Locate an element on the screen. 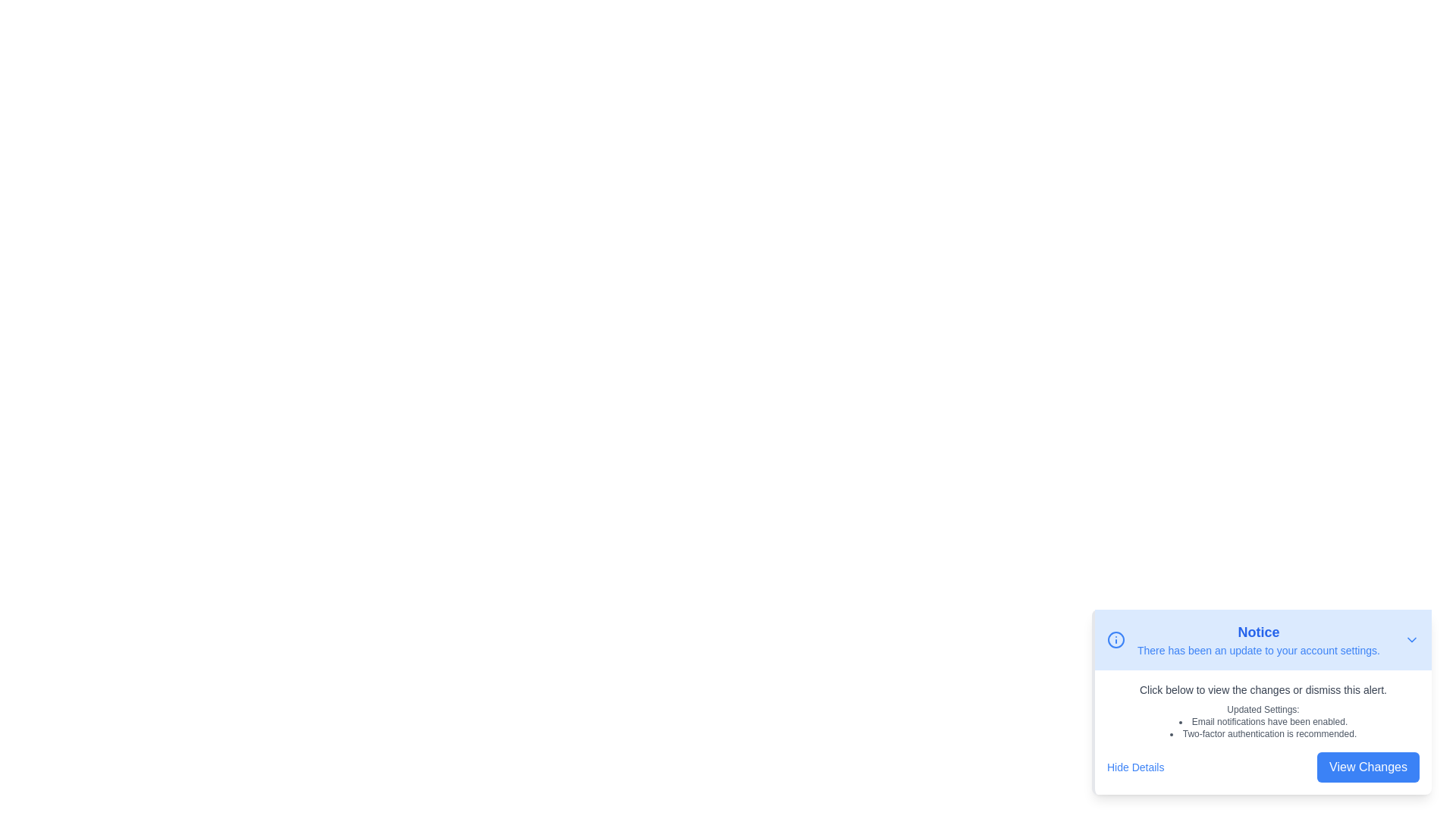  the Text block in the bullet list format located under the heading 'Updated Settings:' in the dialog box, which informs users about changes or suggestions regarding their account settings is located at coordinates (1263, 727).